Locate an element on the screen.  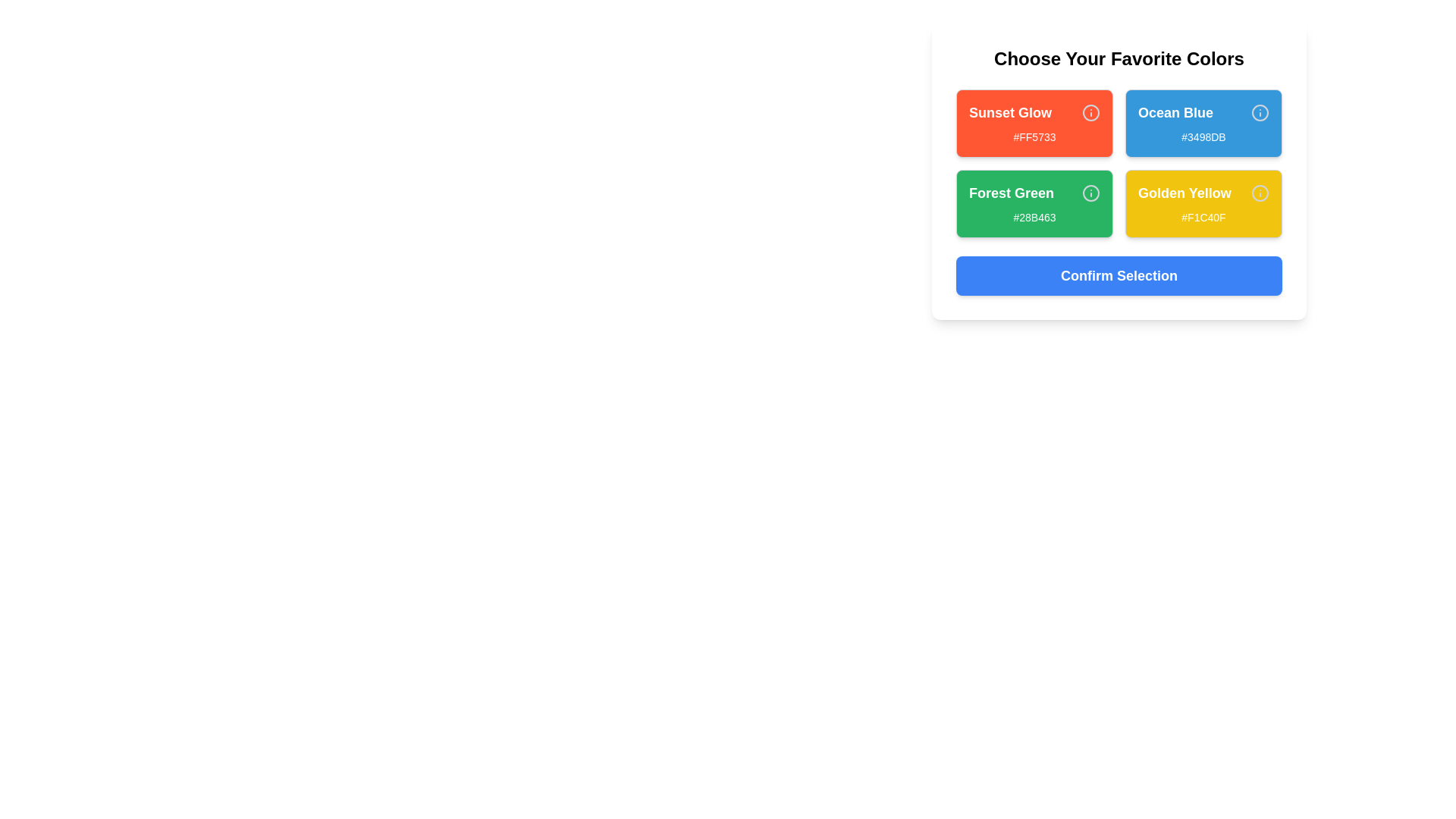
the color card labeled Ocean Blue to inspect its color representation is located at coordinates (1203, 122).